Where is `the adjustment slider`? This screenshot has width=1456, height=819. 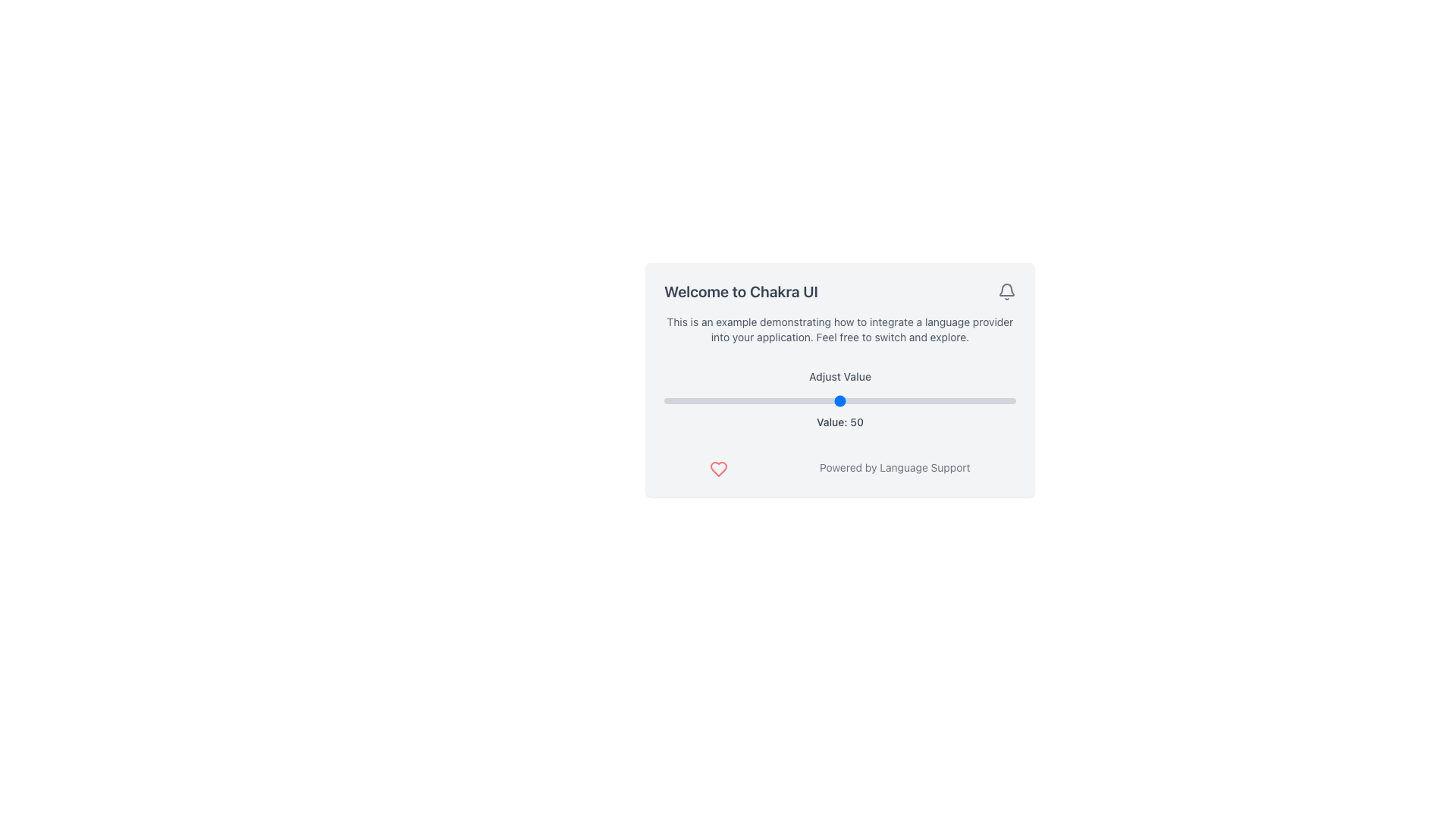
the adjustment slider is located at coordinates (762, 400).